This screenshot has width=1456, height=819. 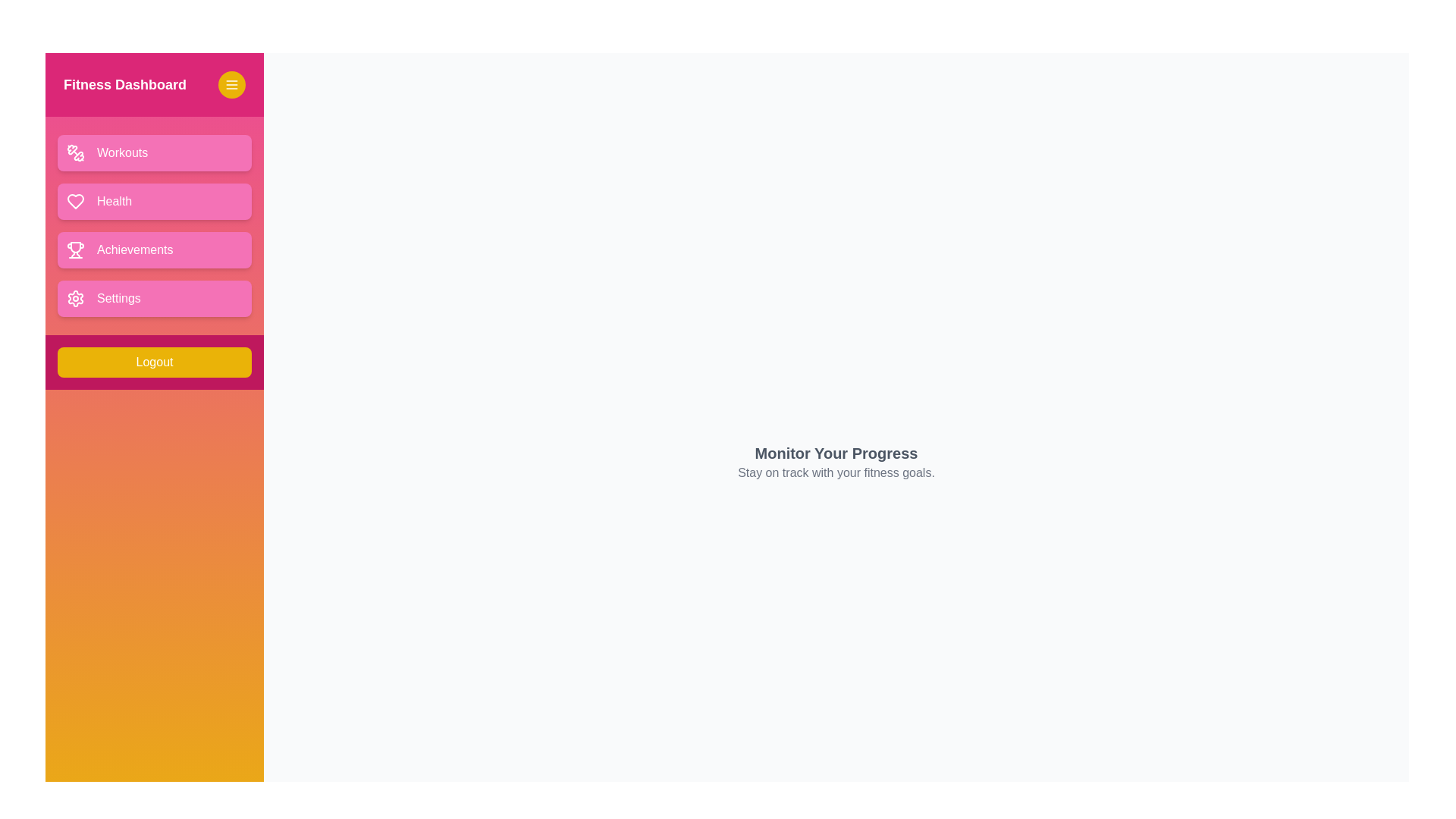 What do you see at coordinates (154, 201) in the screenshot?
I see `the 'Health' button in the FitnessDashboardDrawer component` at bounding box center [154, 201].